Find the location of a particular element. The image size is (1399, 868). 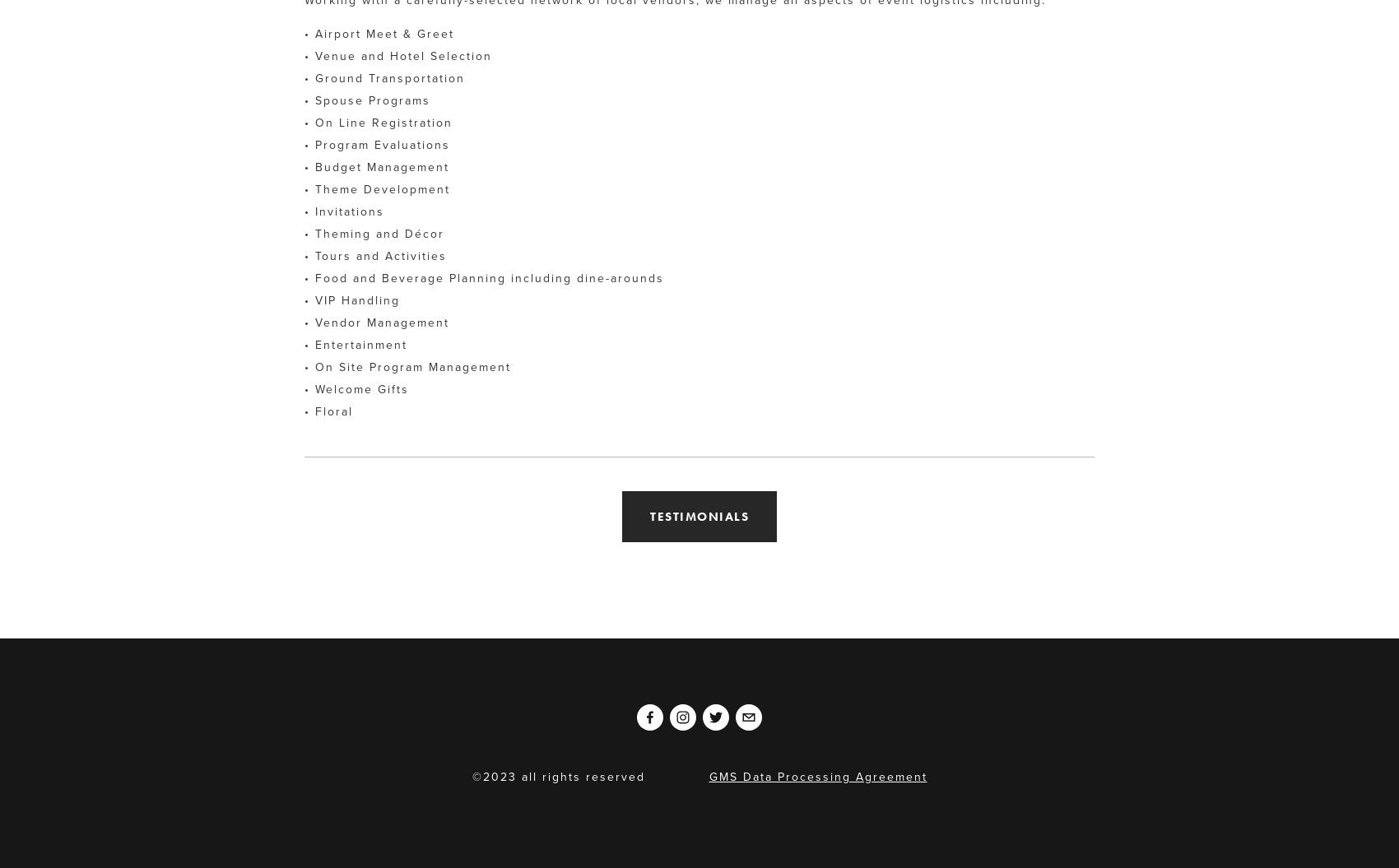

'• Food and Beverage Planning including dine-arounds' is located at coordinates (303, 276).